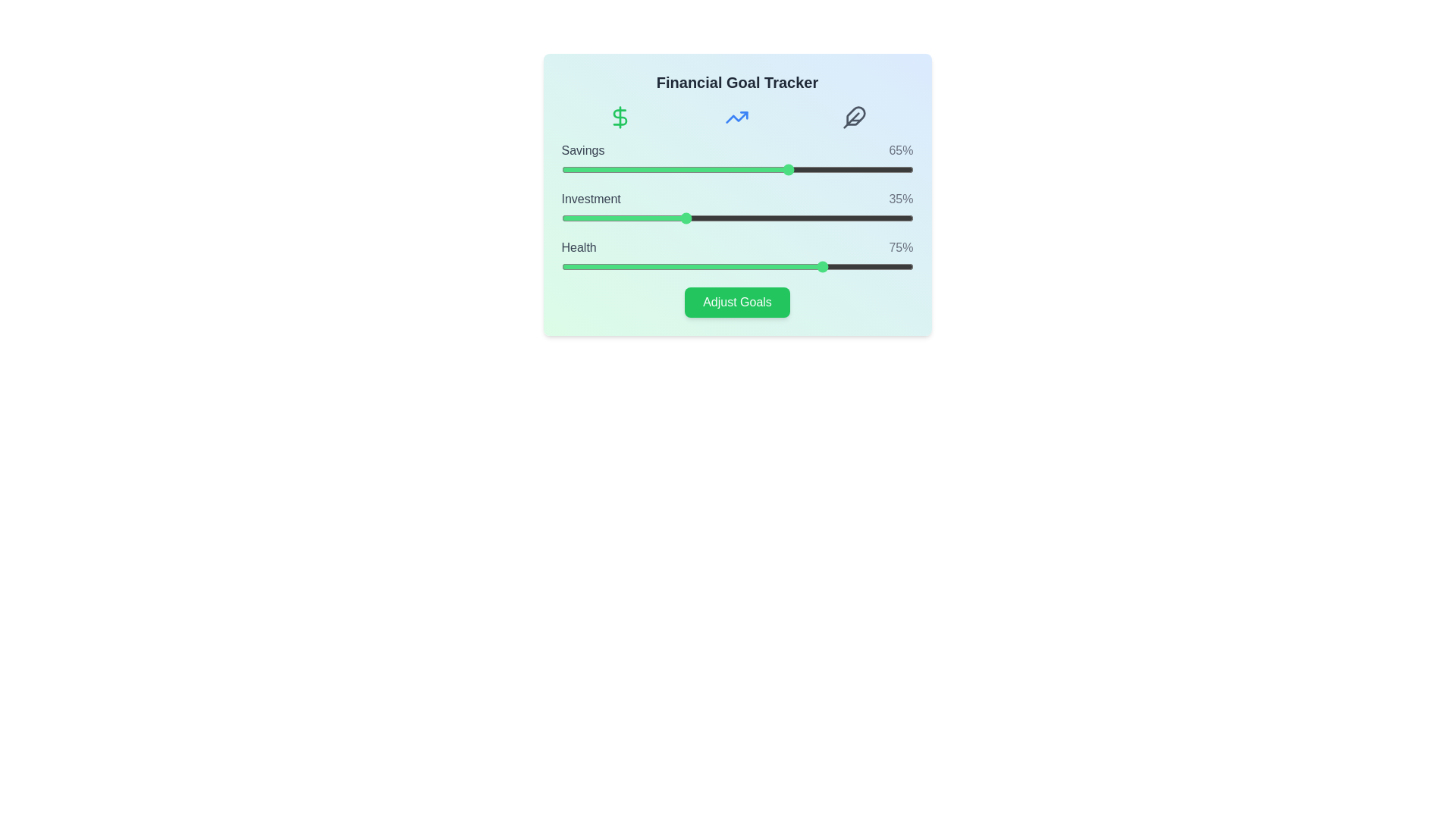 The width and height of the screenshot is (1456, 819). I want to click on the 'Adjust Goals' button to view the current progress of each financial goal, so click(737, 302).